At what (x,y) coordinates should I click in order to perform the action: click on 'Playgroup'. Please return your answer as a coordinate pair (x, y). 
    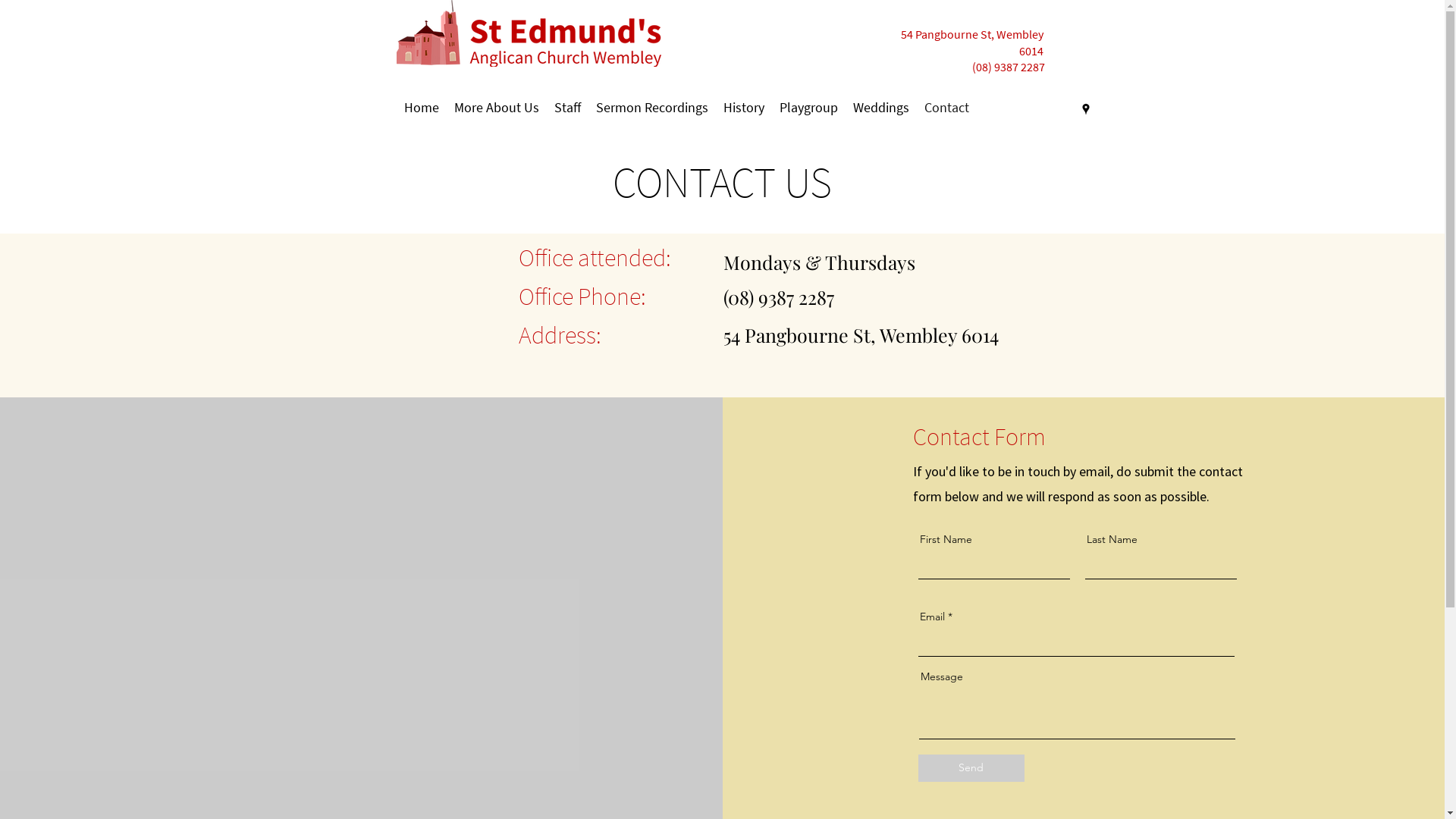
    Looking at the image, I should click on (808, 107).